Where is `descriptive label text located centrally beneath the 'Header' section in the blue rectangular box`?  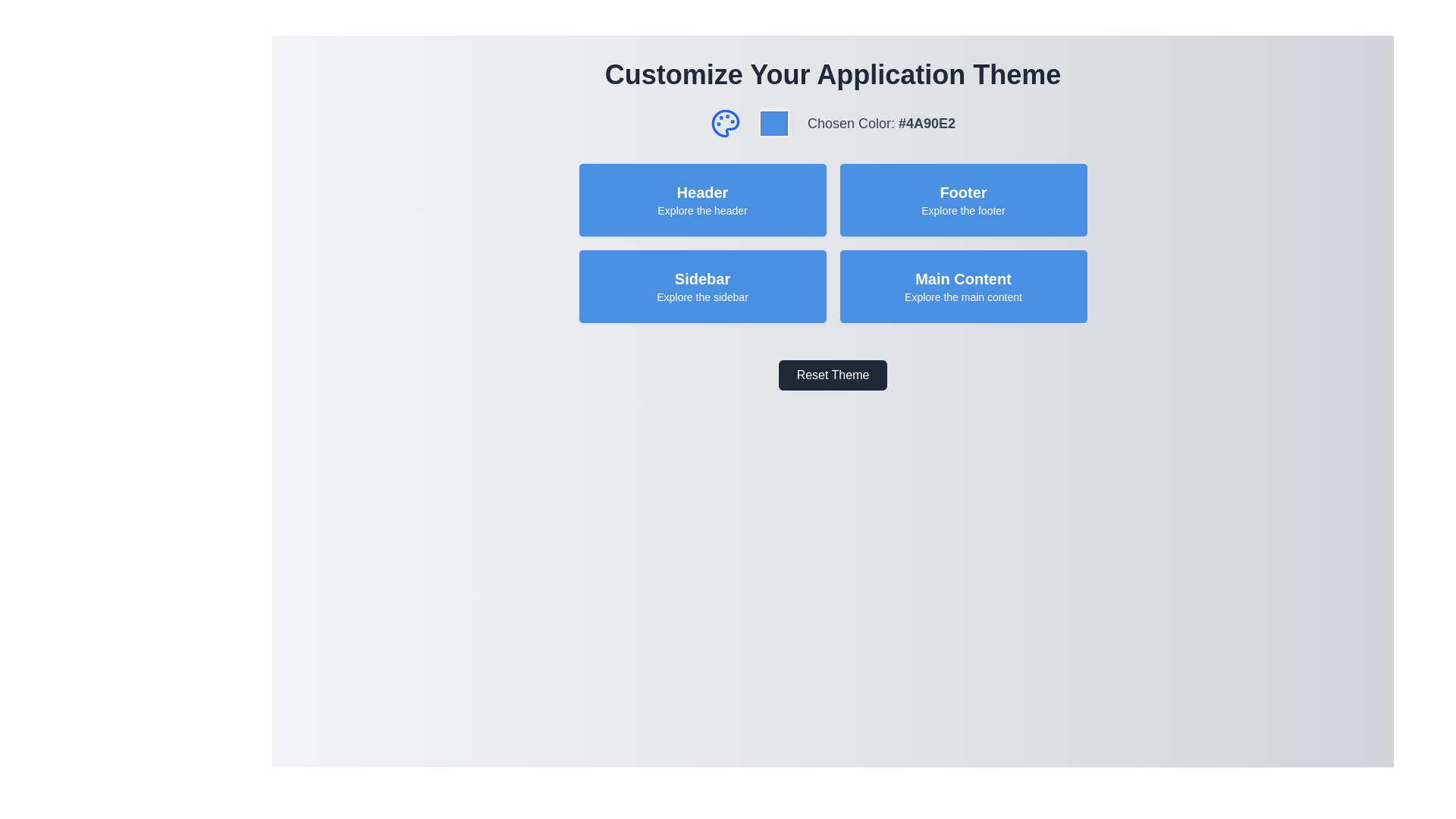 descriptive label text located centrally beneath the 'Header' section in the blue rectangular box is located at coordinates (701, 210).